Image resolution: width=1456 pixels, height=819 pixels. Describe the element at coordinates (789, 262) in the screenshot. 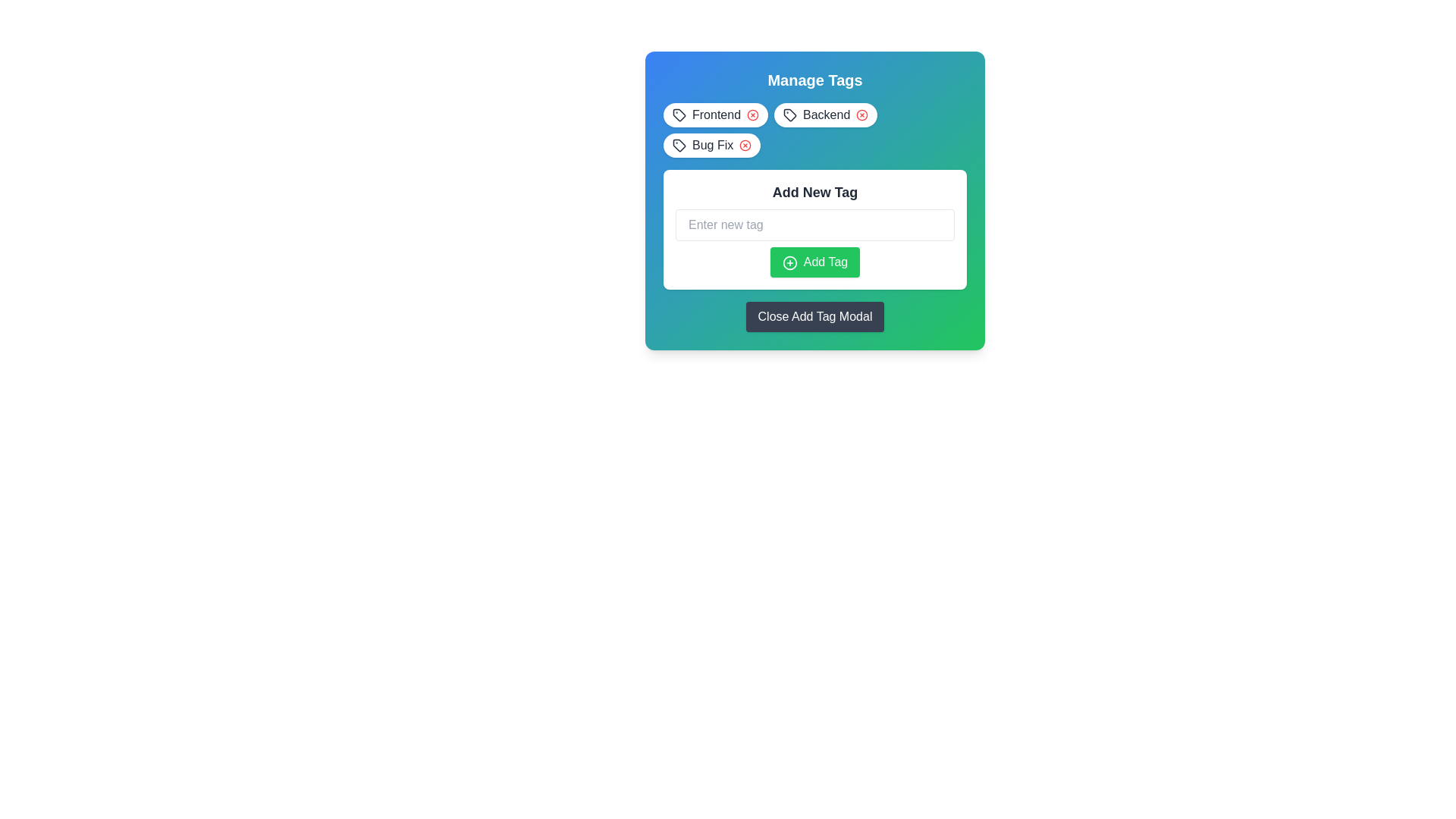

I see `the circular icon with a green fill and plus symbol located to the left of the 'Add Tag' text in the green button of the 'Add New Tag' section in the modal` at that location.